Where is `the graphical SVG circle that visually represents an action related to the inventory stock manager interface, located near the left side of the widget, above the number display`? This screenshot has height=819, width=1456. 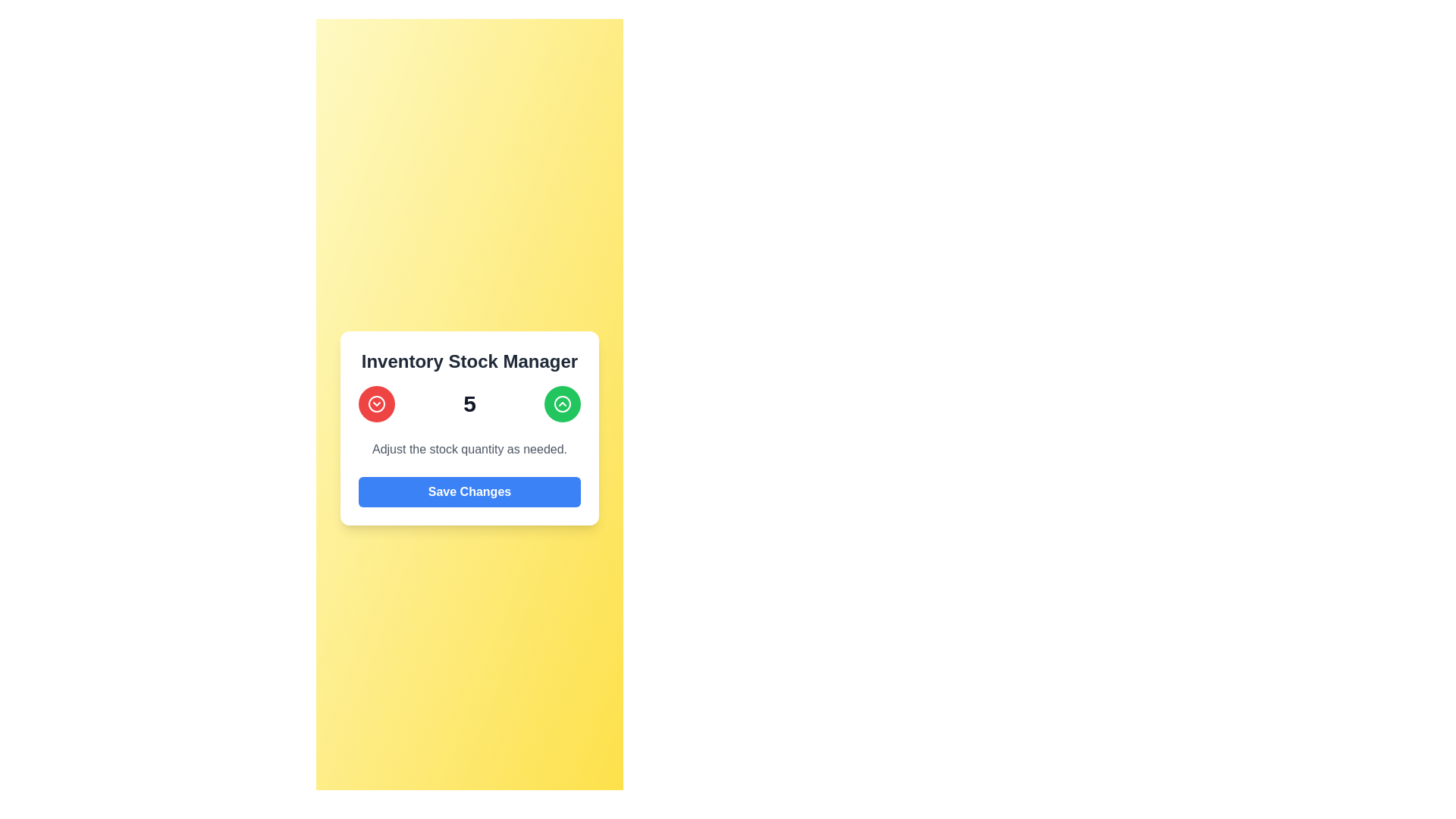
the graphical SVG circle that visually represents an action related to the inventory stock manager interface, located near the left side of the widget, above the number display is located at coordinates (377, 403).